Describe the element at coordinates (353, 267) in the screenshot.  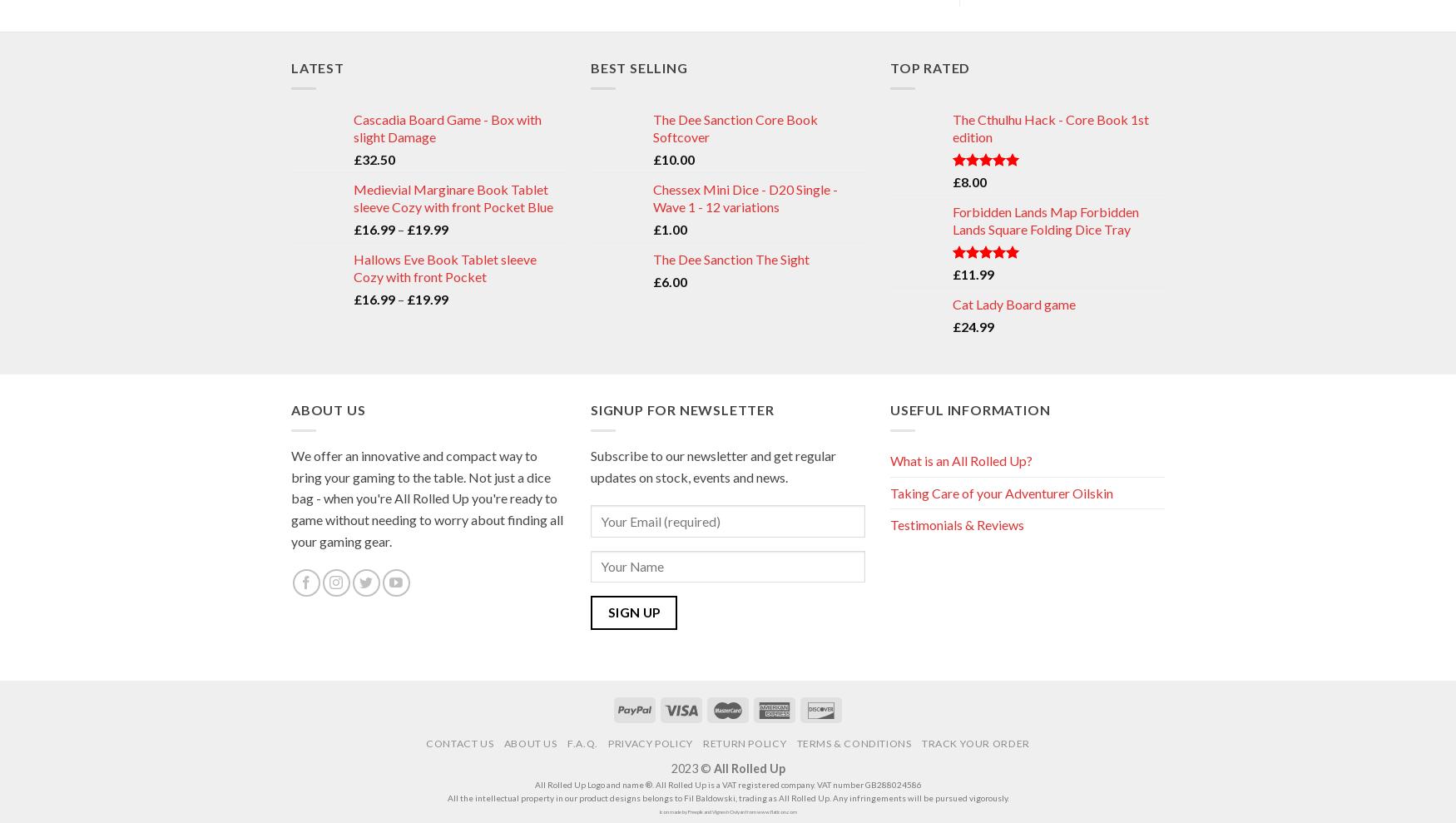
I see `'Hallows Eve Book Tablet sleeve Cozy with front Pocket'` at that location.